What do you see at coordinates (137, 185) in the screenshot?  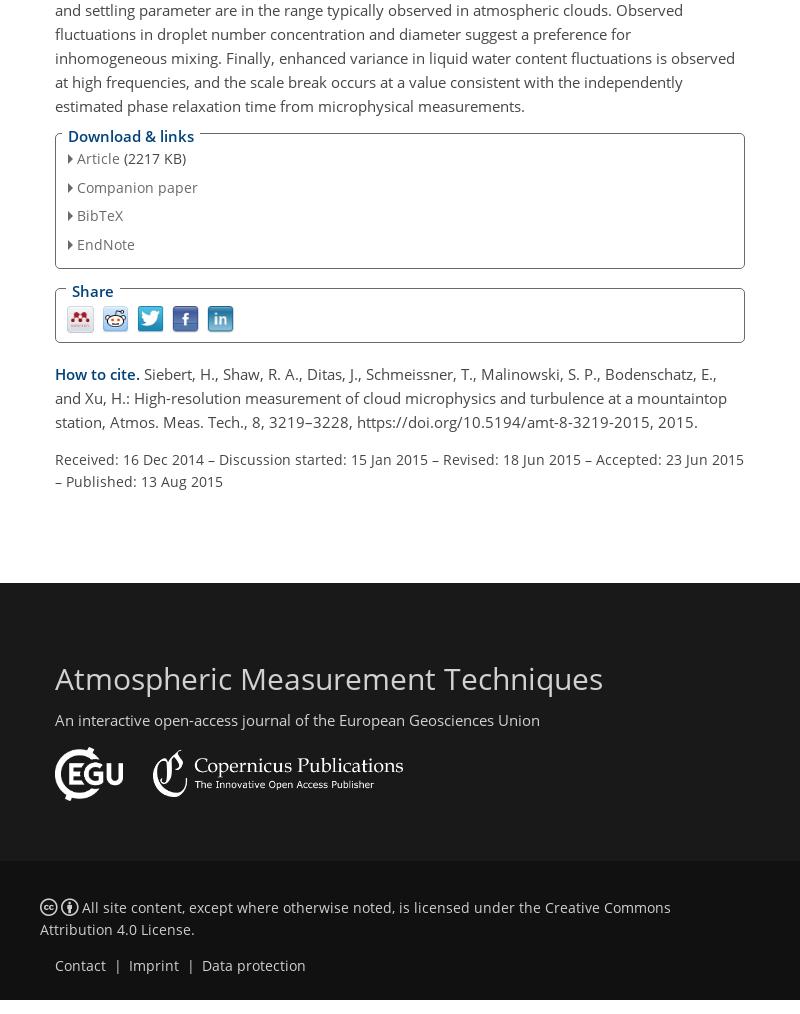 I see `'Companion paper'` at bounding box center [137, 185].